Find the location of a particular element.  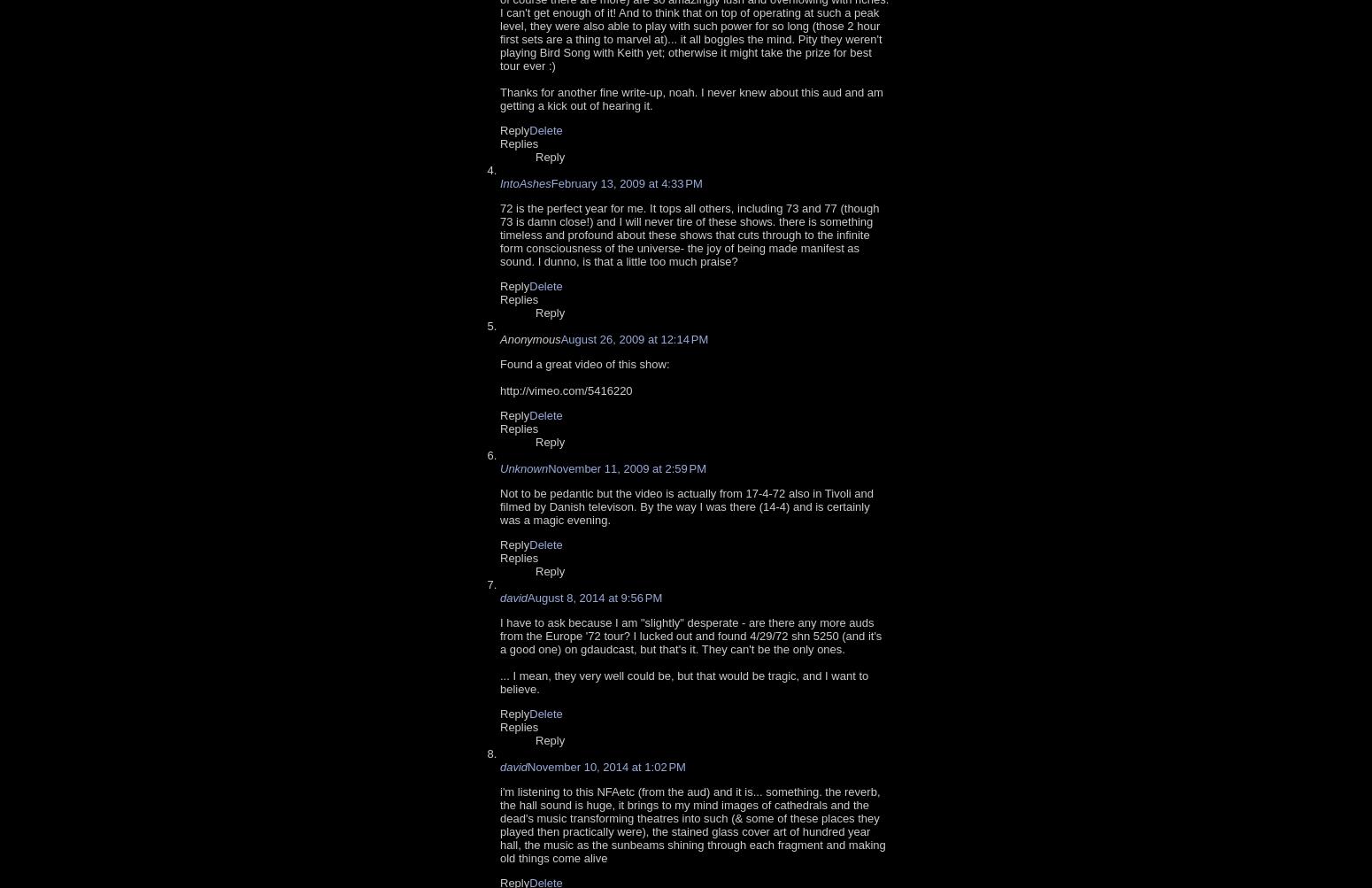

'August 8, 2014 at 9:56 PM' is located at coordinates (593, 597).